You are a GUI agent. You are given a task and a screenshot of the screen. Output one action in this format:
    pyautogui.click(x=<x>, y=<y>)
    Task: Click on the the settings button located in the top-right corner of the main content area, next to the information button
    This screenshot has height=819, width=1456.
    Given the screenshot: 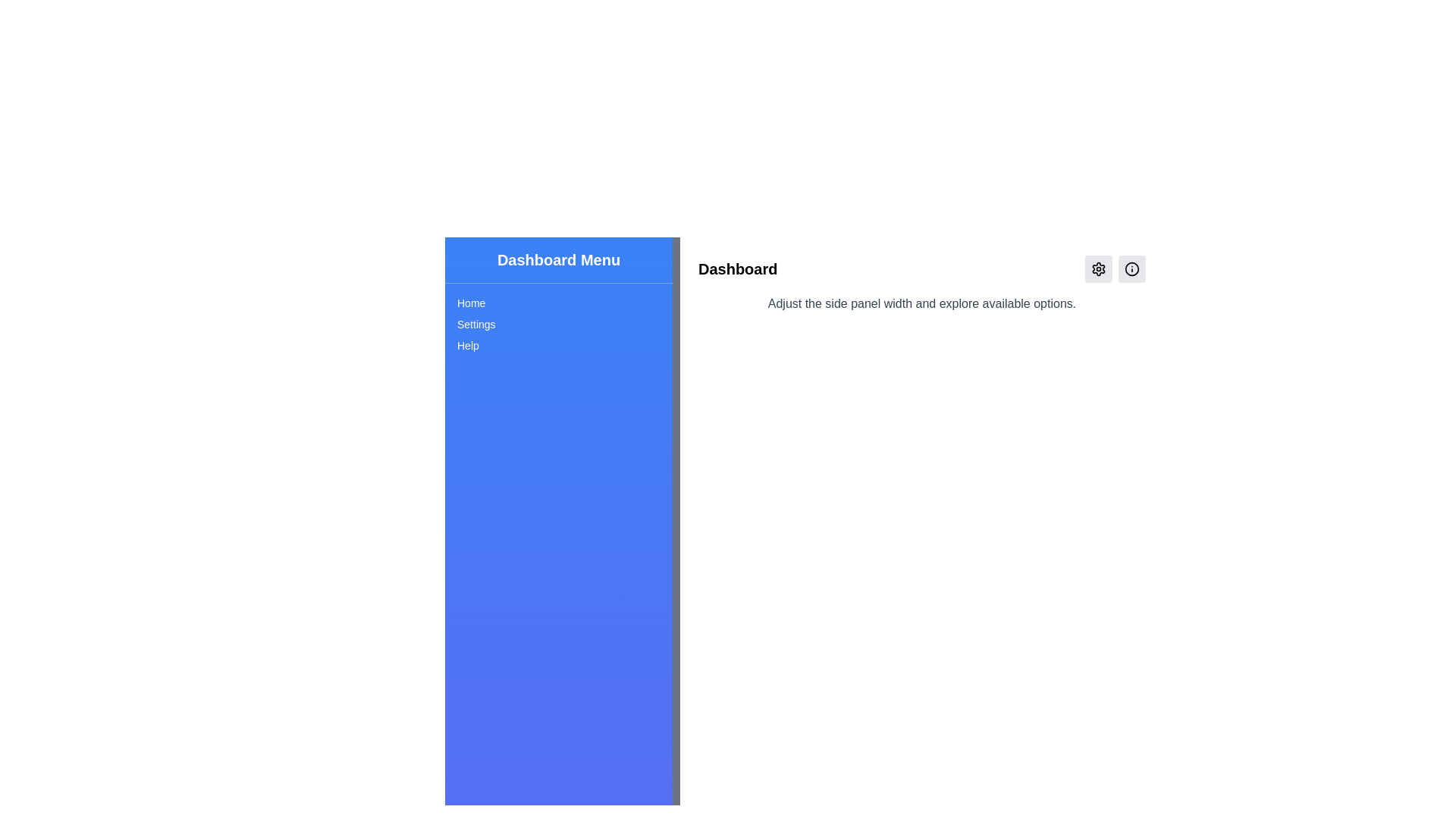 What is the action you would take?
    pyautogui.click(x=1099, y=268)
    